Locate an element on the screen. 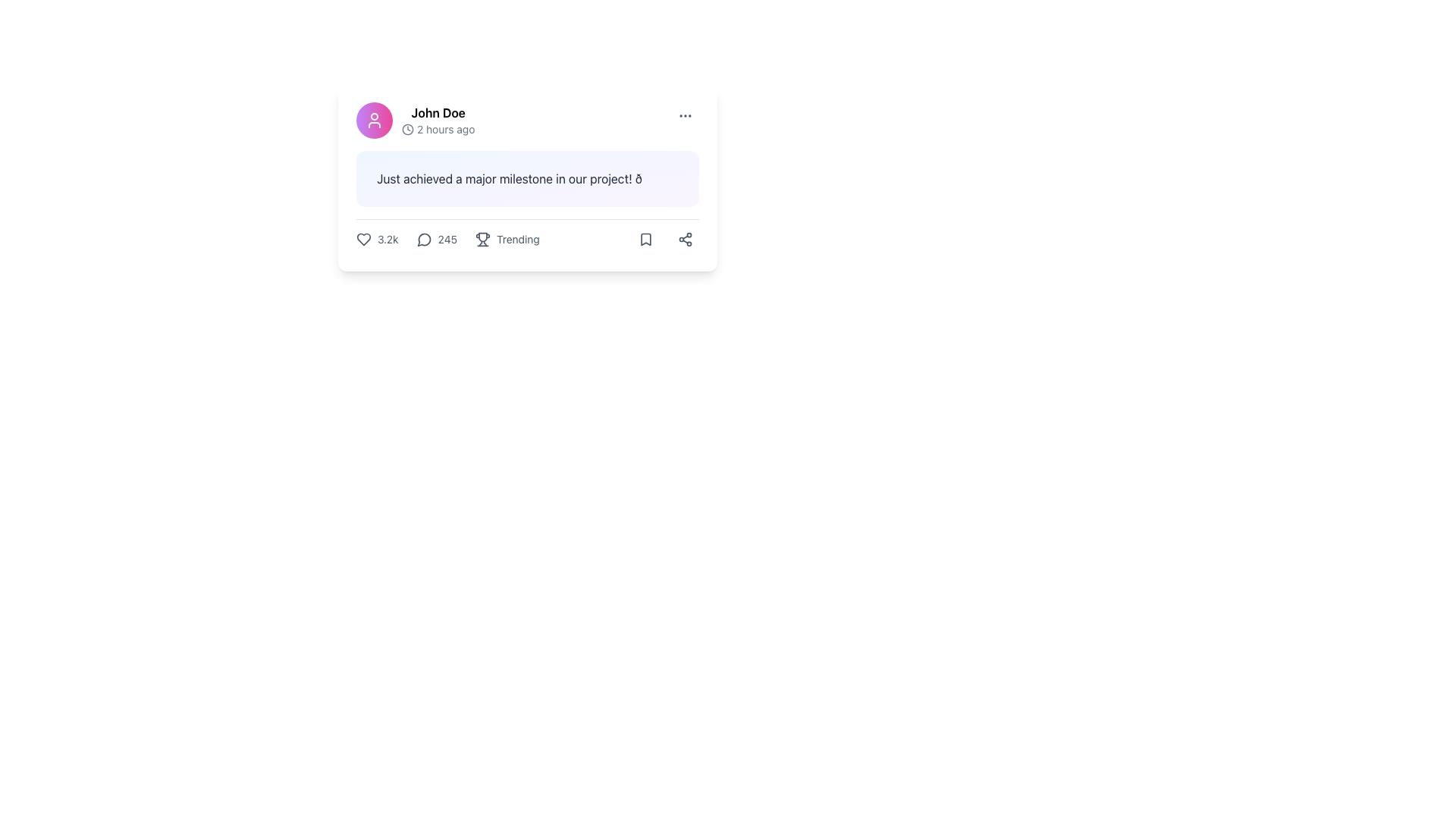  the like counter icon, which displays the number of likes or favorites a post has received, to like or unlike the post is located at coordinates (377, 239).